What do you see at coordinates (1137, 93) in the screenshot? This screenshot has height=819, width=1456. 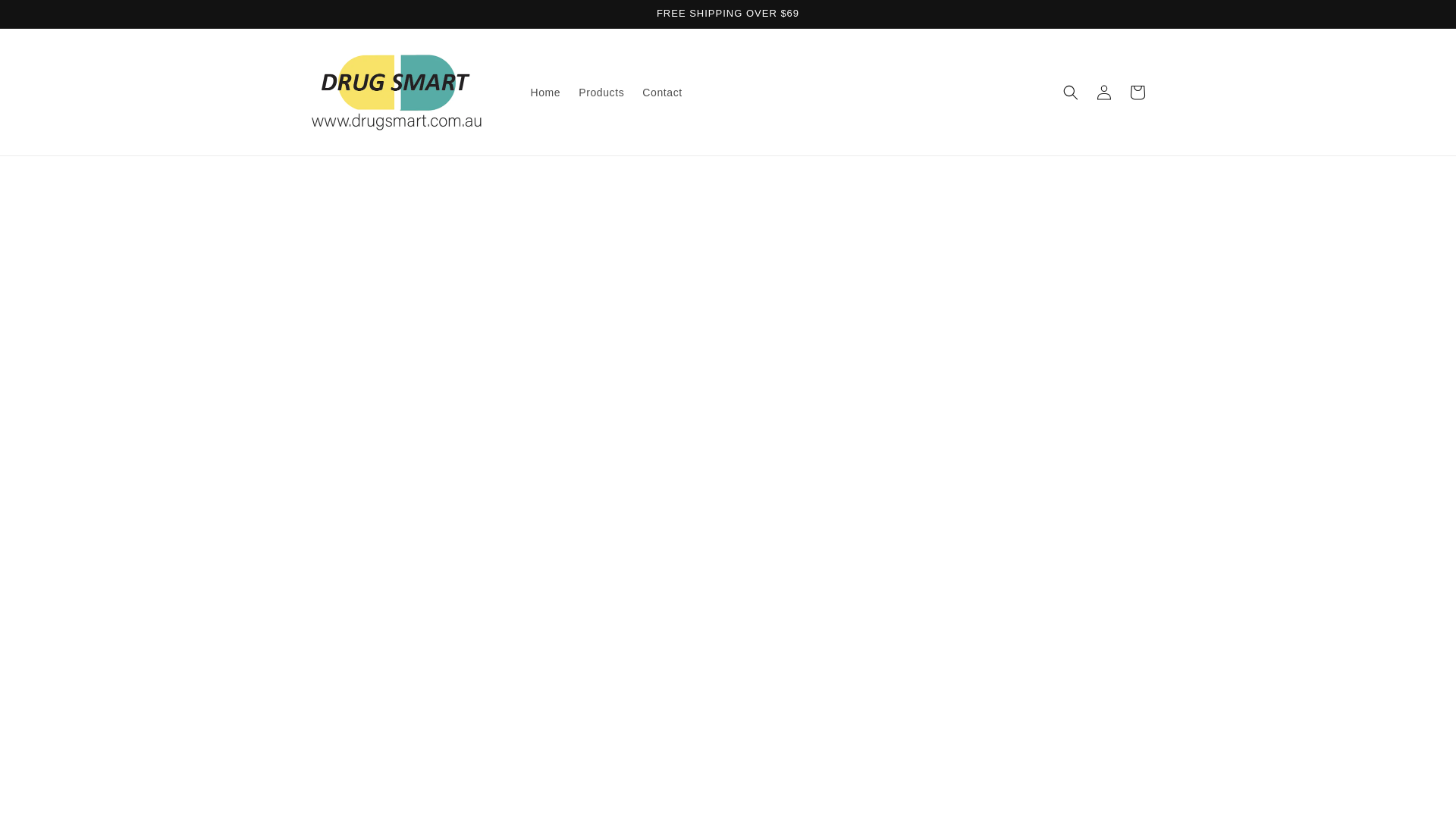 I see `'Cart'` at bounding box center [1137, 93].